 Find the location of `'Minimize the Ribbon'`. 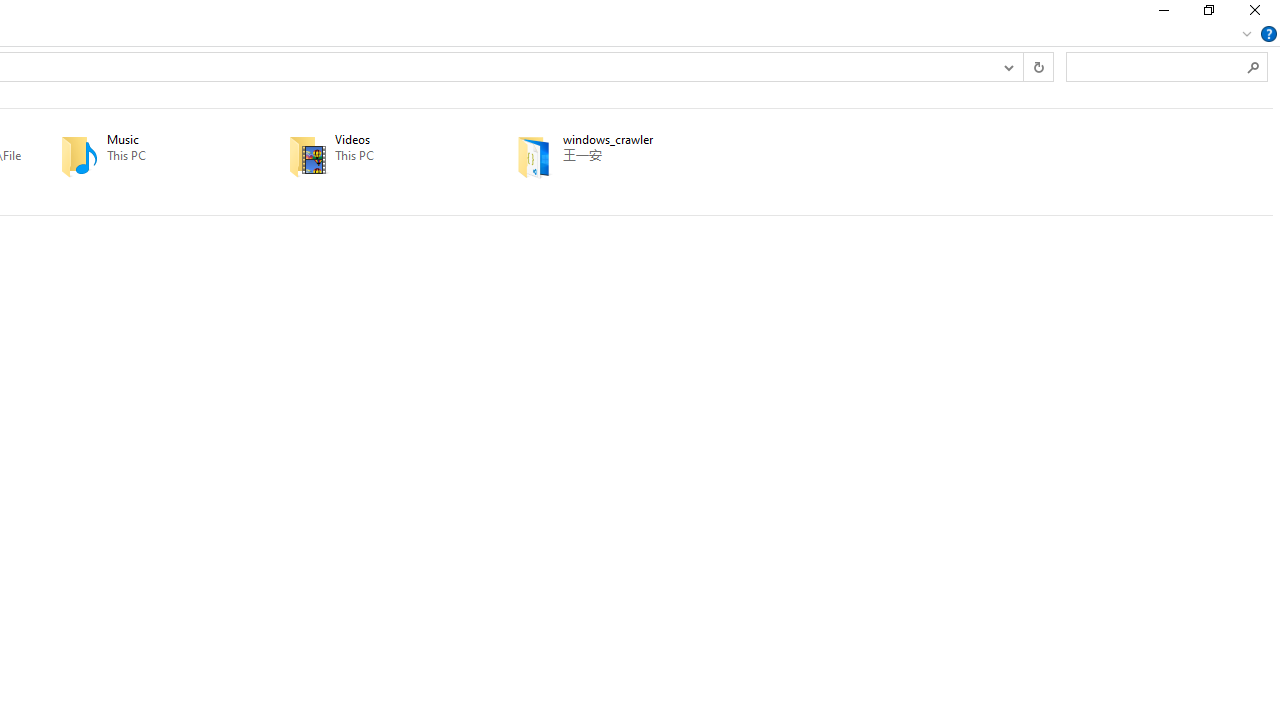

'Minimize the Ribbon' is located at coordinates (1246, 33).